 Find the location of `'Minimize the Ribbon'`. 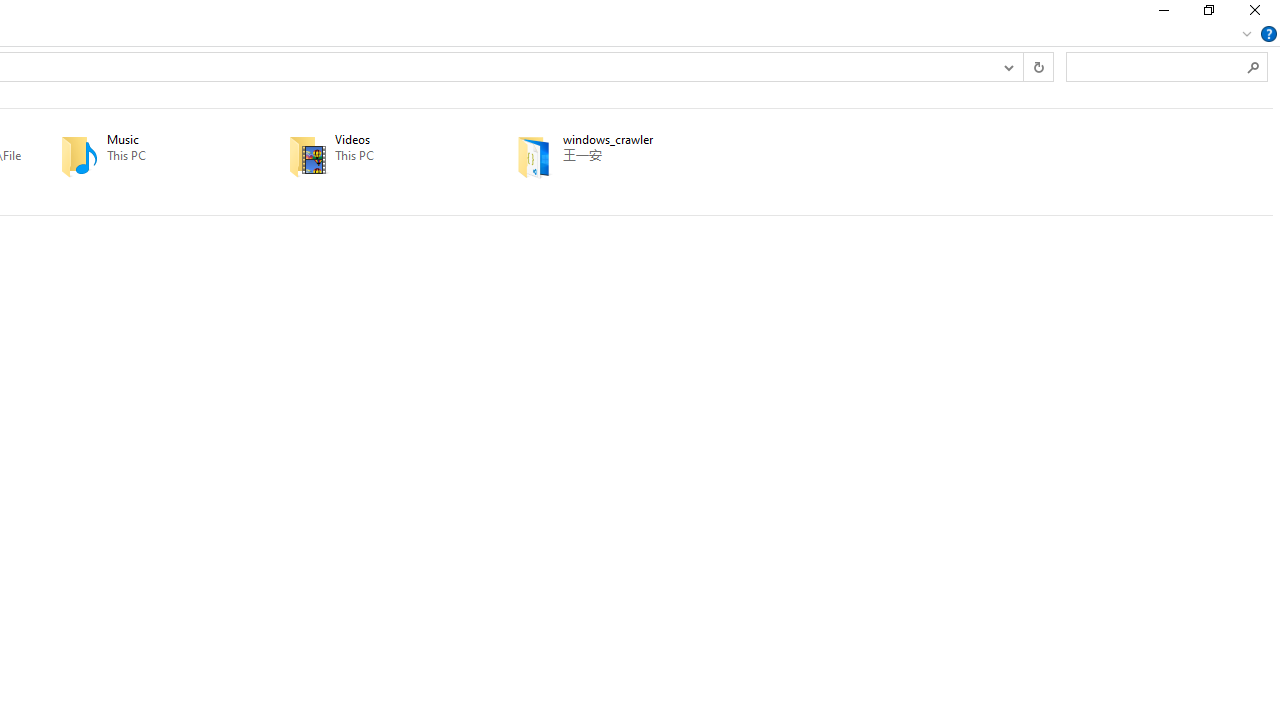

'Minimize the Ribbon' is located at coordinates (1246, 33).